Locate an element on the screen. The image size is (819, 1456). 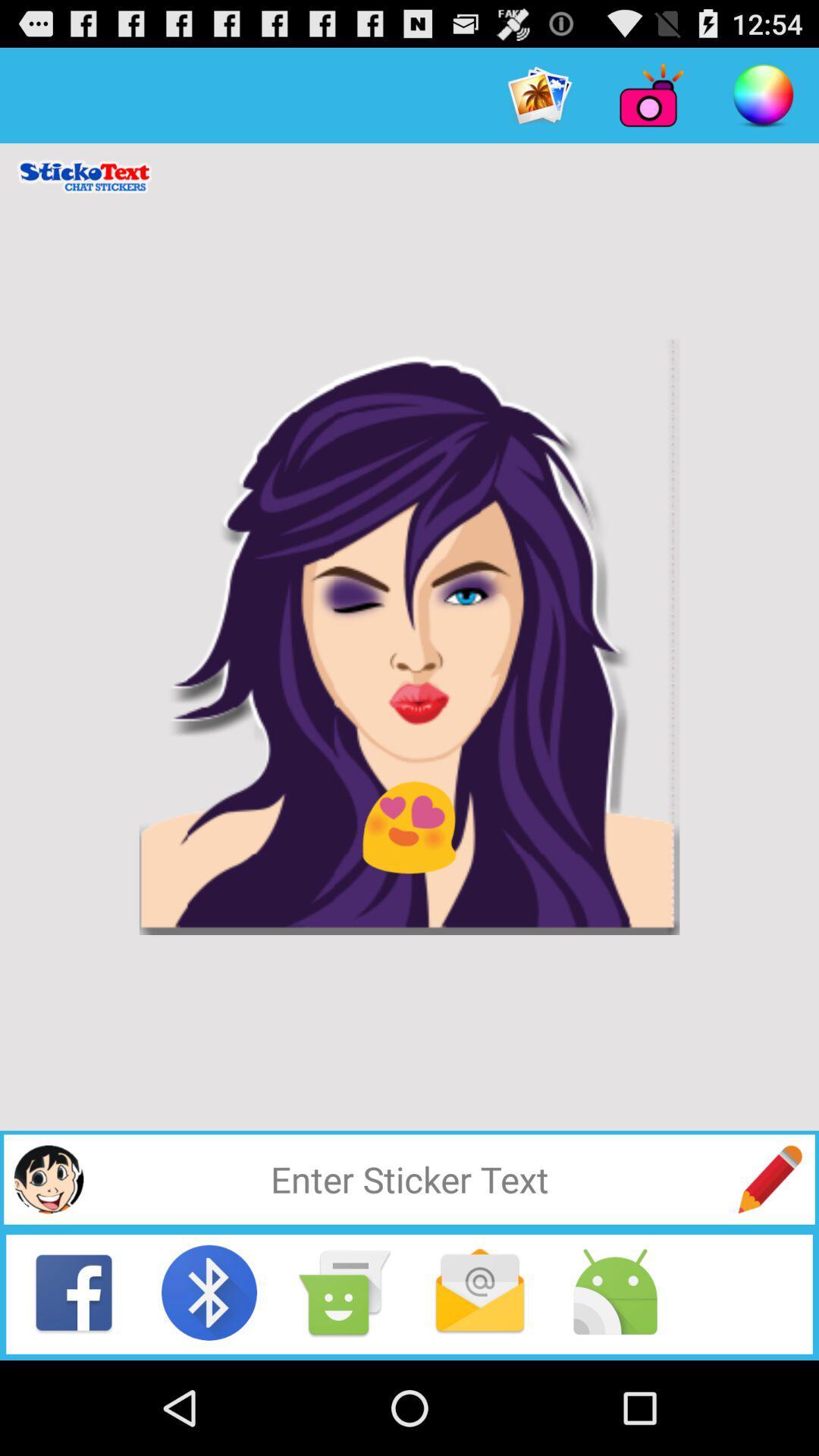
insert sticker is located at coordinates (48, 1178).